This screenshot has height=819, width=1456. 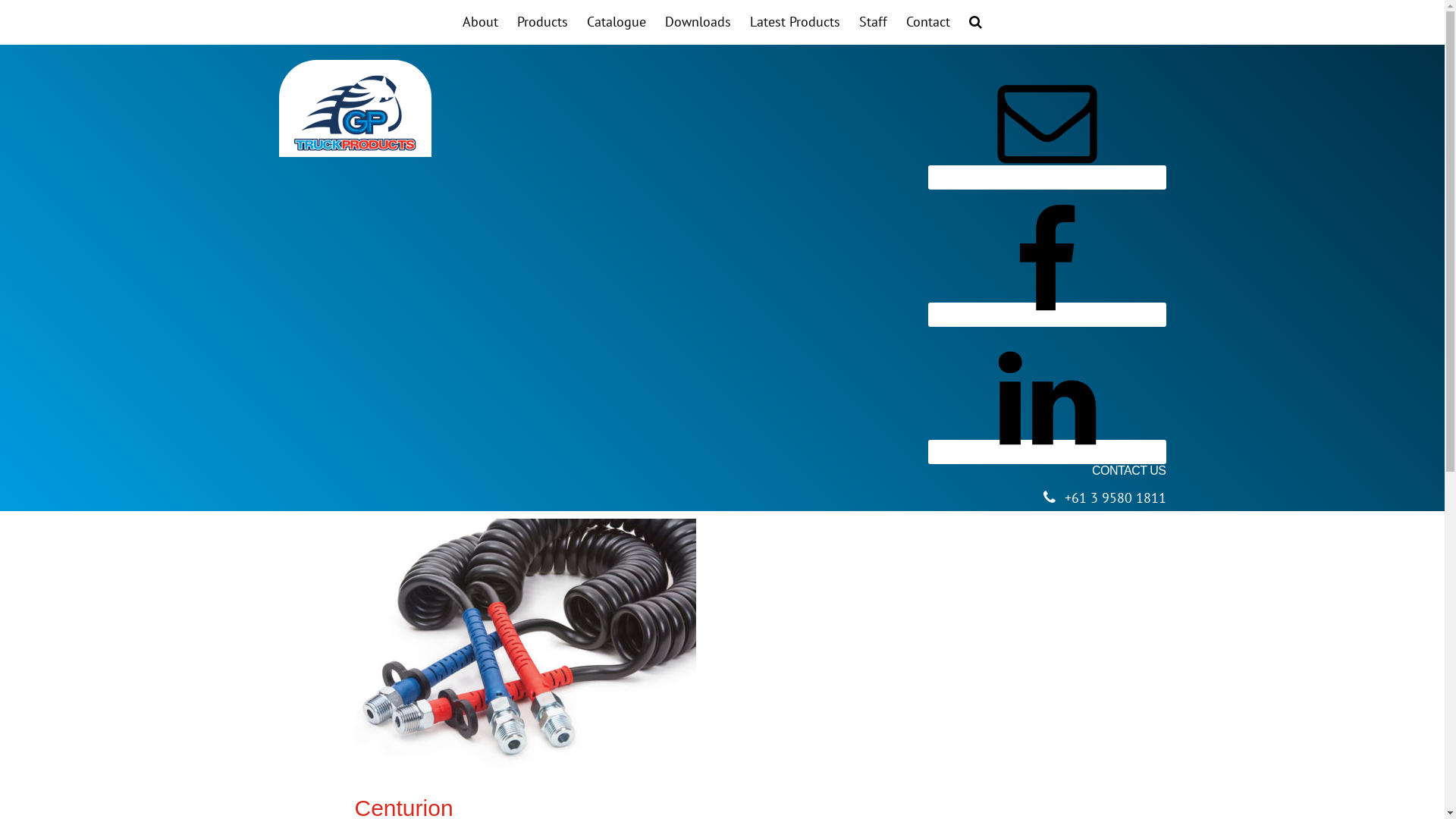 I want to click on 'About', so click(x=479, y=22).